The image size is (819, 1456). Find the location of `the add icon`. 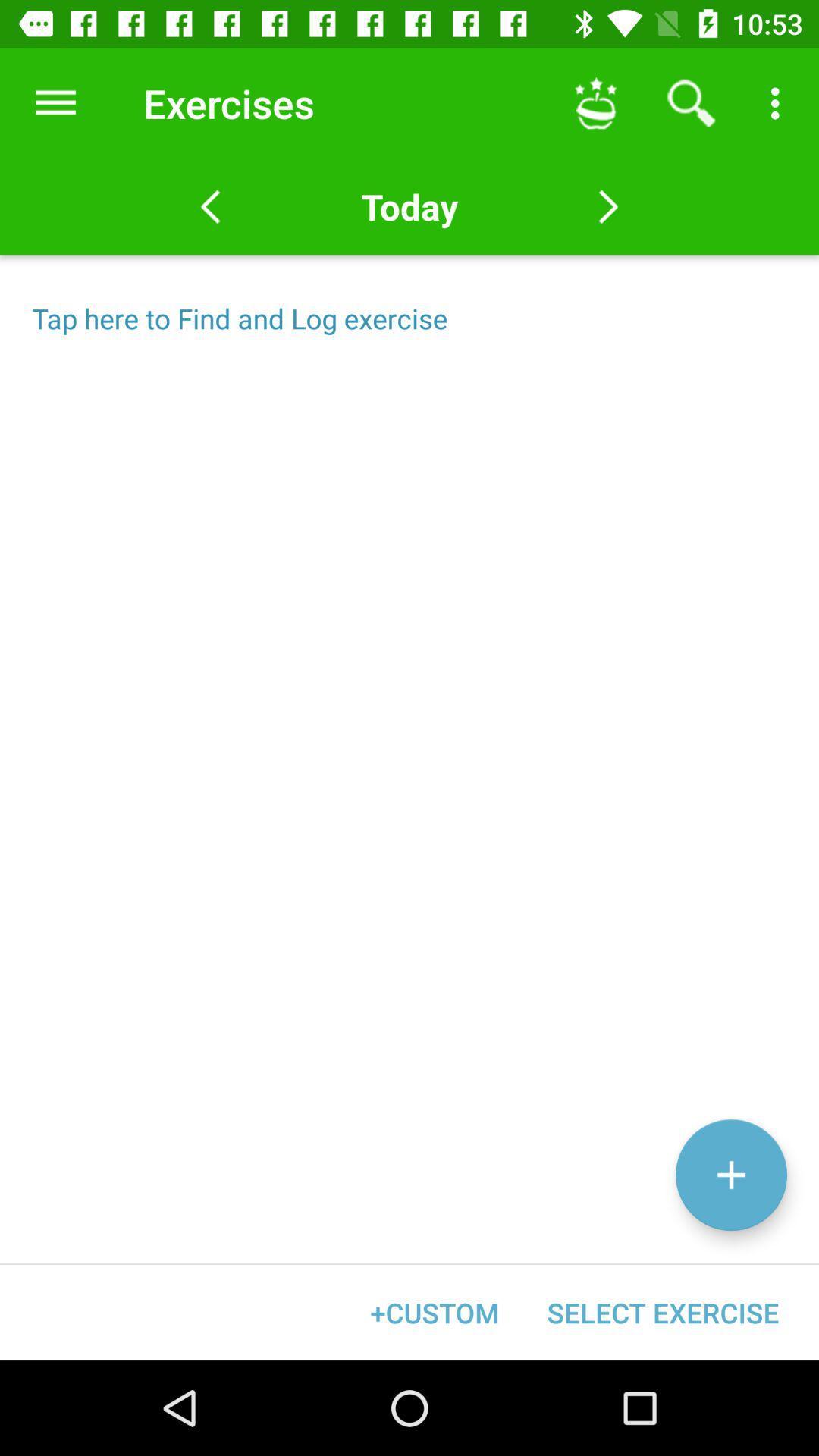

the add icon is located at coordinates (730, 1174).